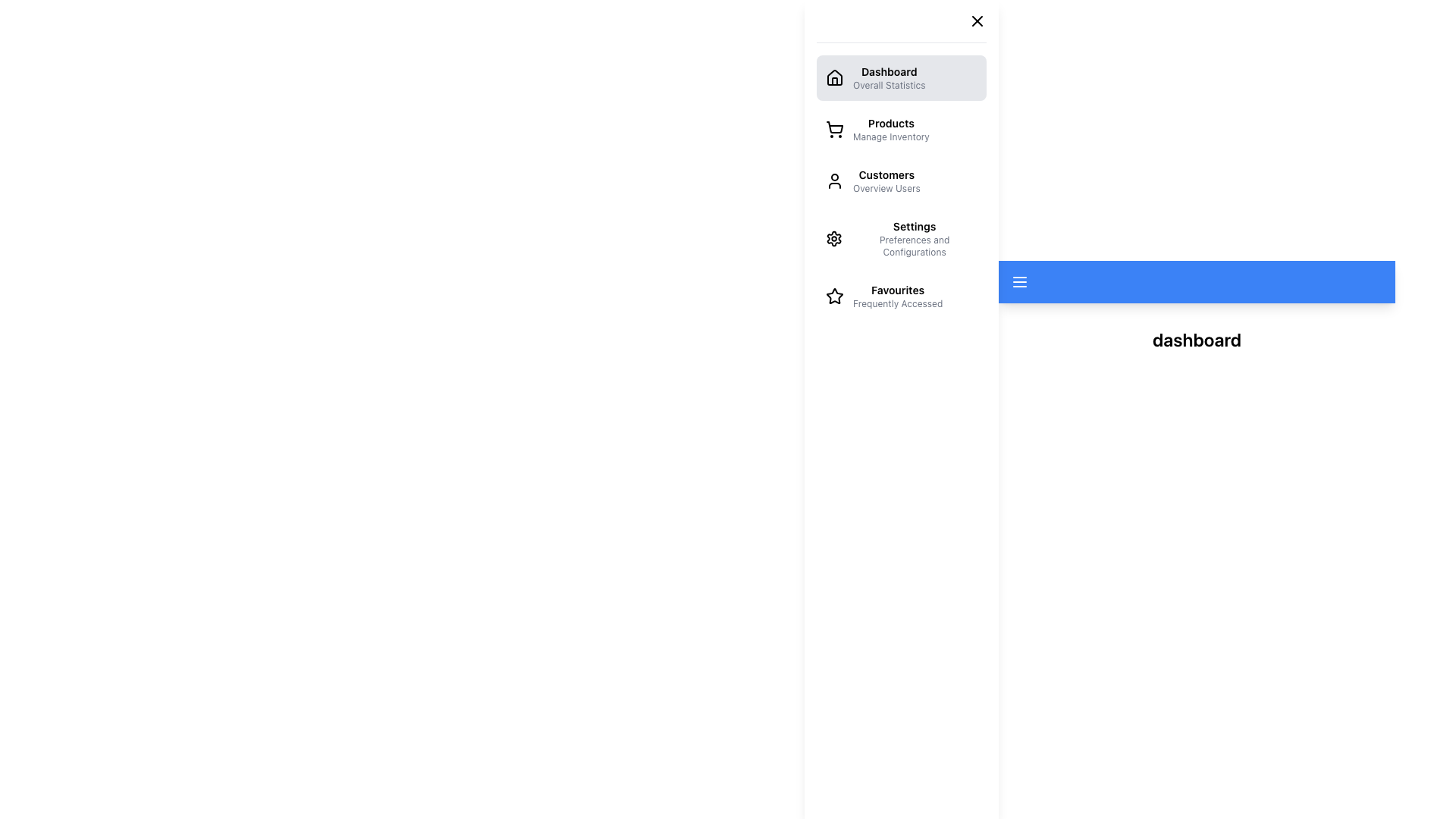 Image resolution: width=1456 pixels, height=819 pixels. Describe the element at coordinates (977, 20) in the screenshot. I see `the small 'X' icon in the upper right corner of the sidebar menu` at that location.